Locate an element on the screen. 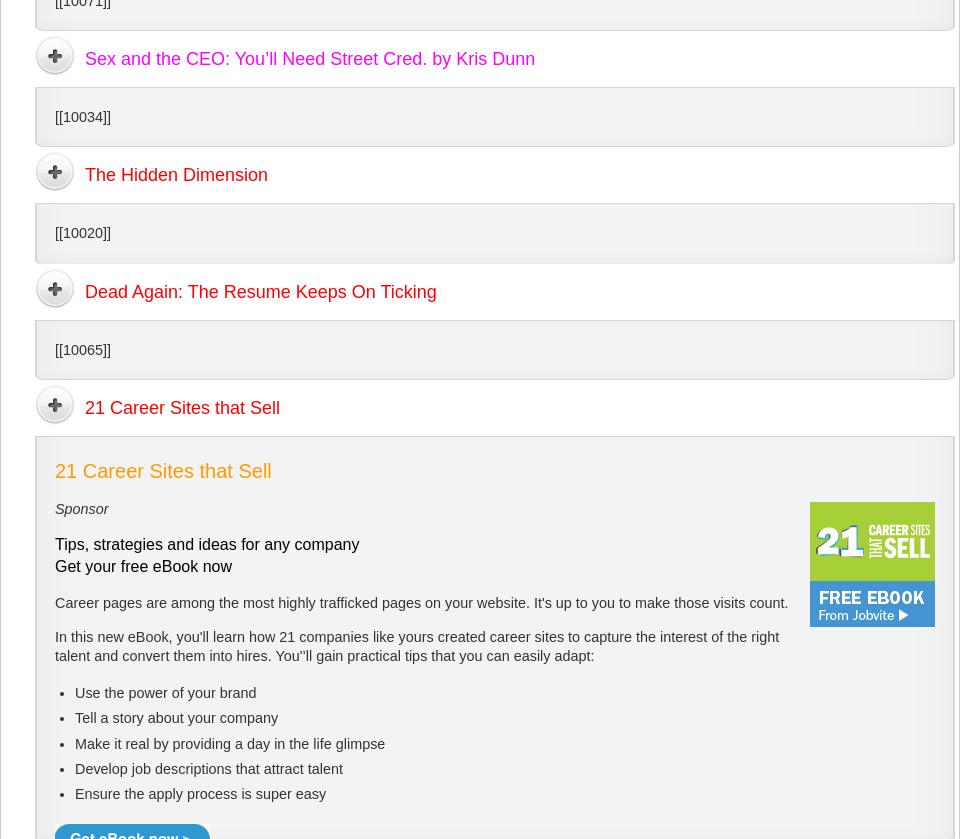  '[[10034]]' is located at coordinates (83, 117).